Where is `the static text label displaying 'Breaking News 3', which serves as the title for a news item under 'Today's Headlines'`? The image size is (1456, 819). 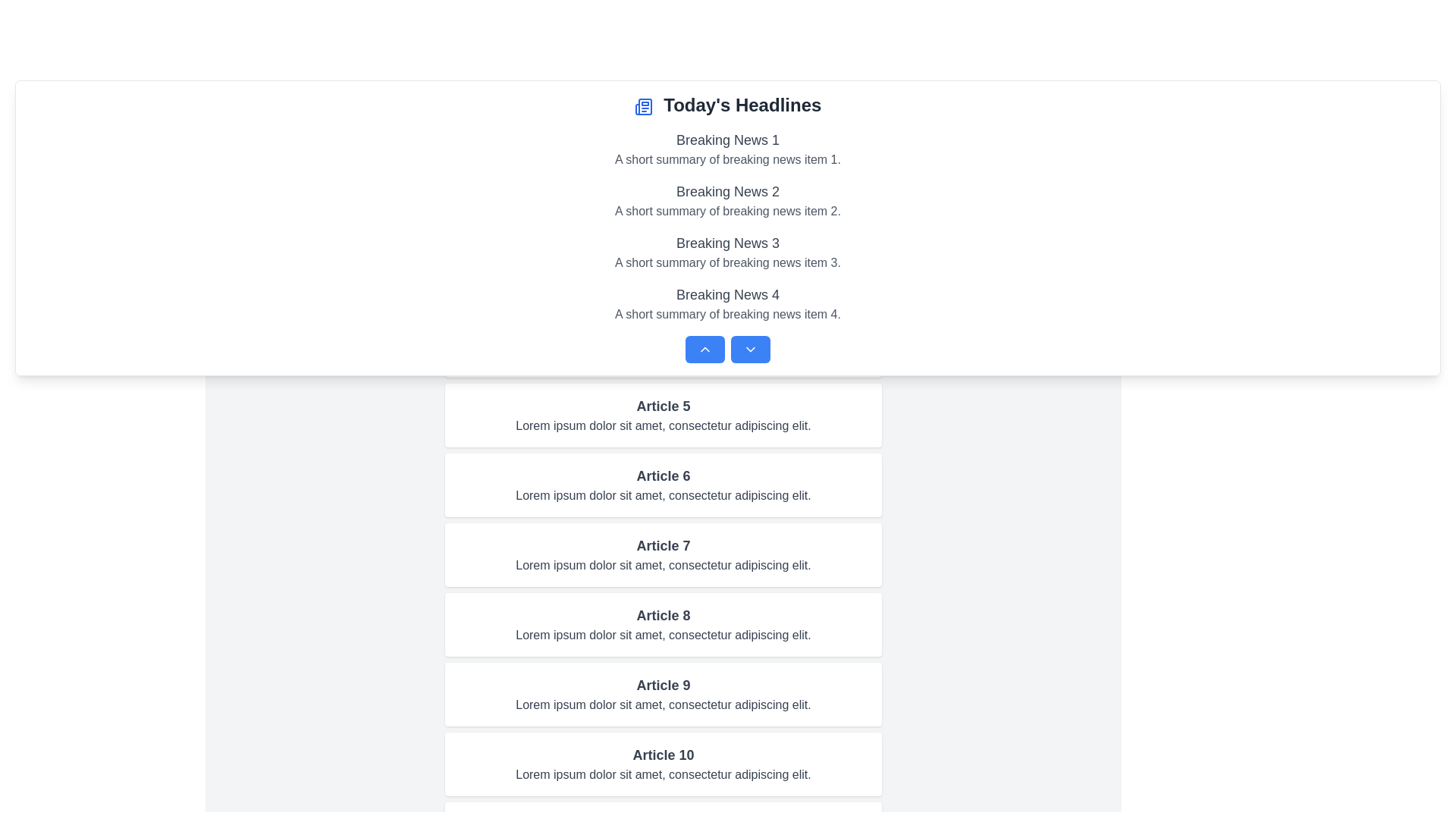
the static text label displaying 'Breaking News 3', which serves as the title for a news item under 'Today's Headlines' is located at coordinates (728, 242).